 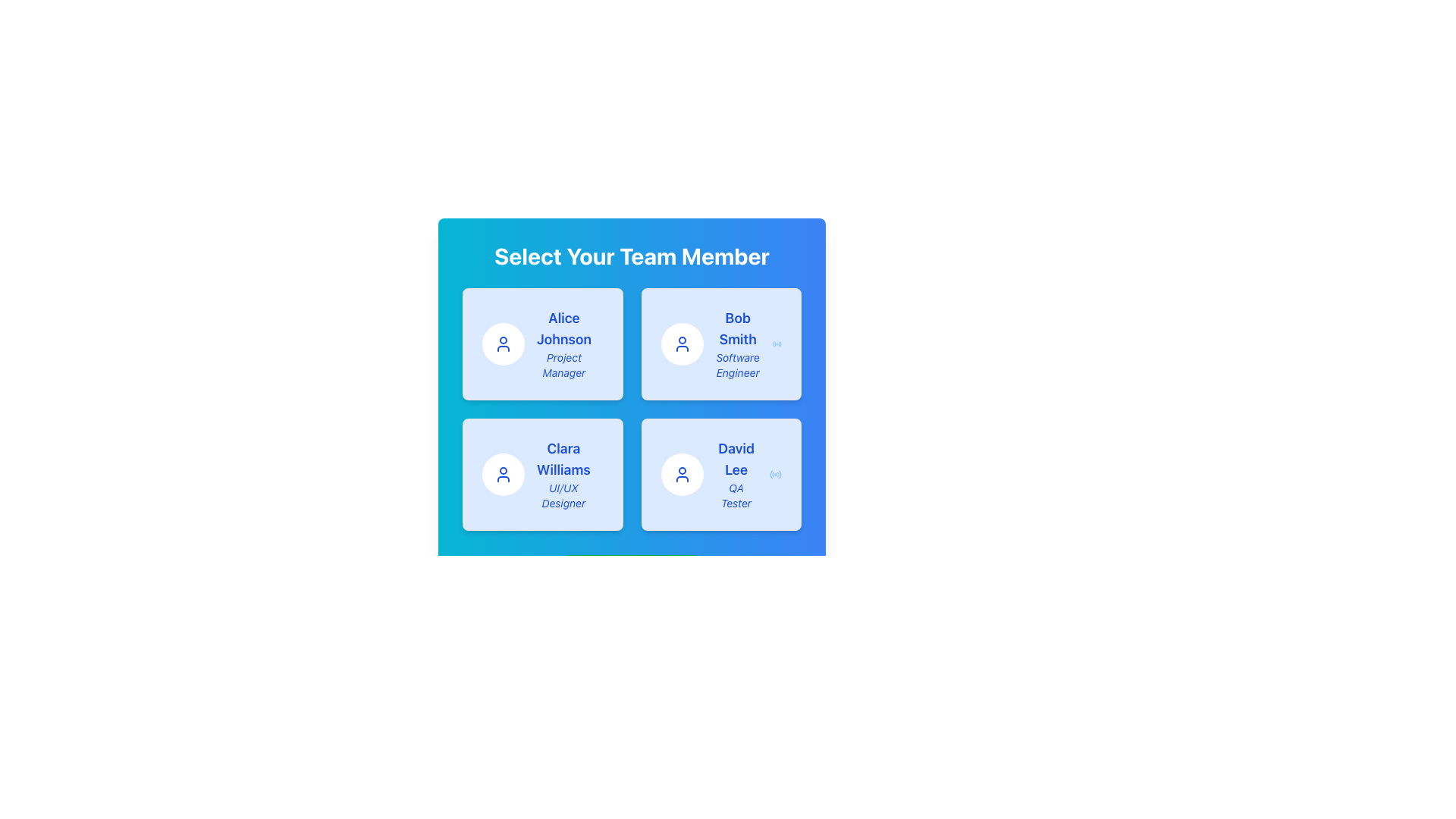 I want to click on the Text Label that displays the name and role of a team member, located in the first row and first column of a 2x2 grid layout under the title 'Select Your Team Member.', so click(x=563, y=344).